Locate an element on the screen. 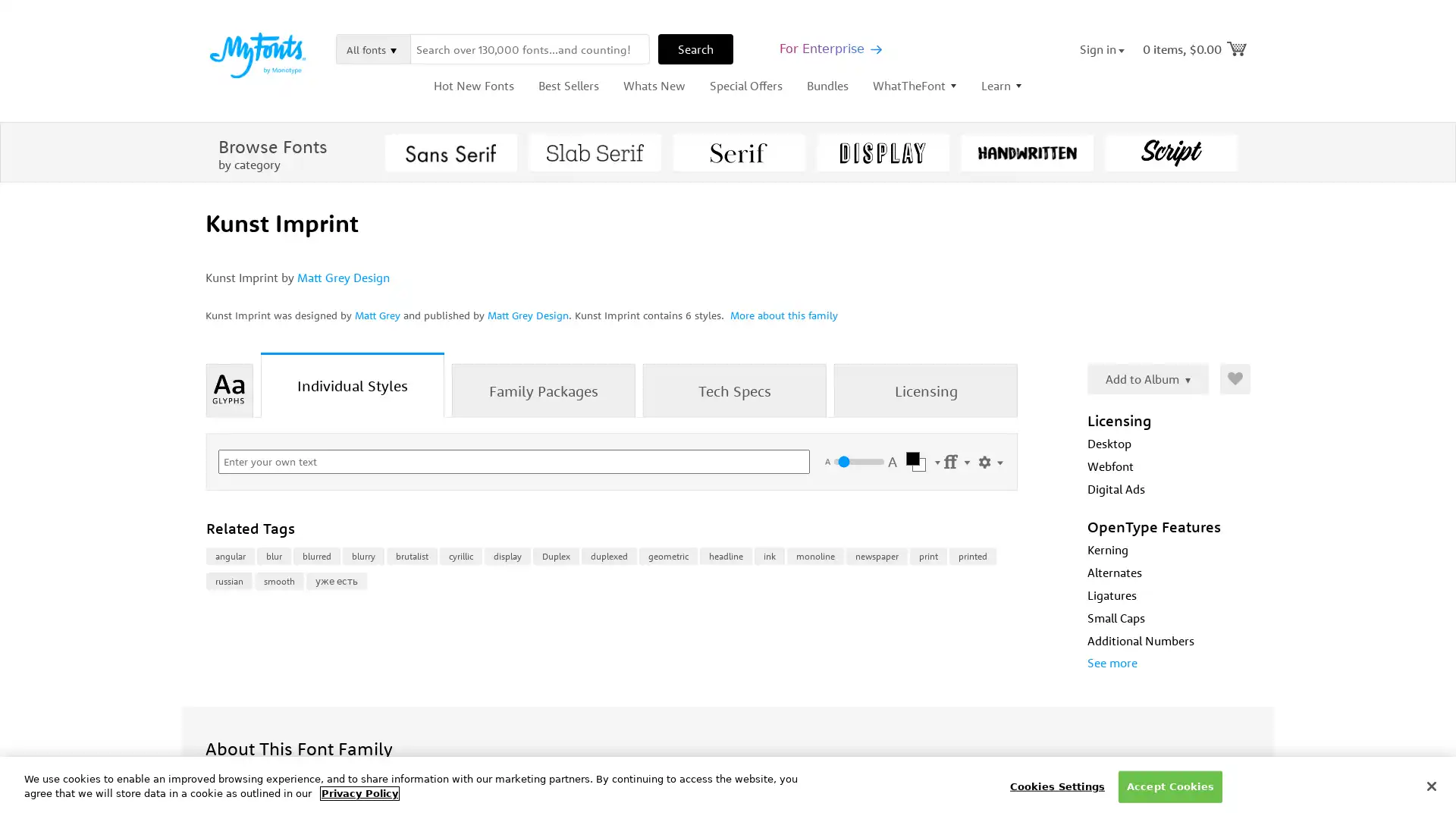 The width and height of the screenshot is (1456, 819). Sign in is located at coordinates (1102, 49).